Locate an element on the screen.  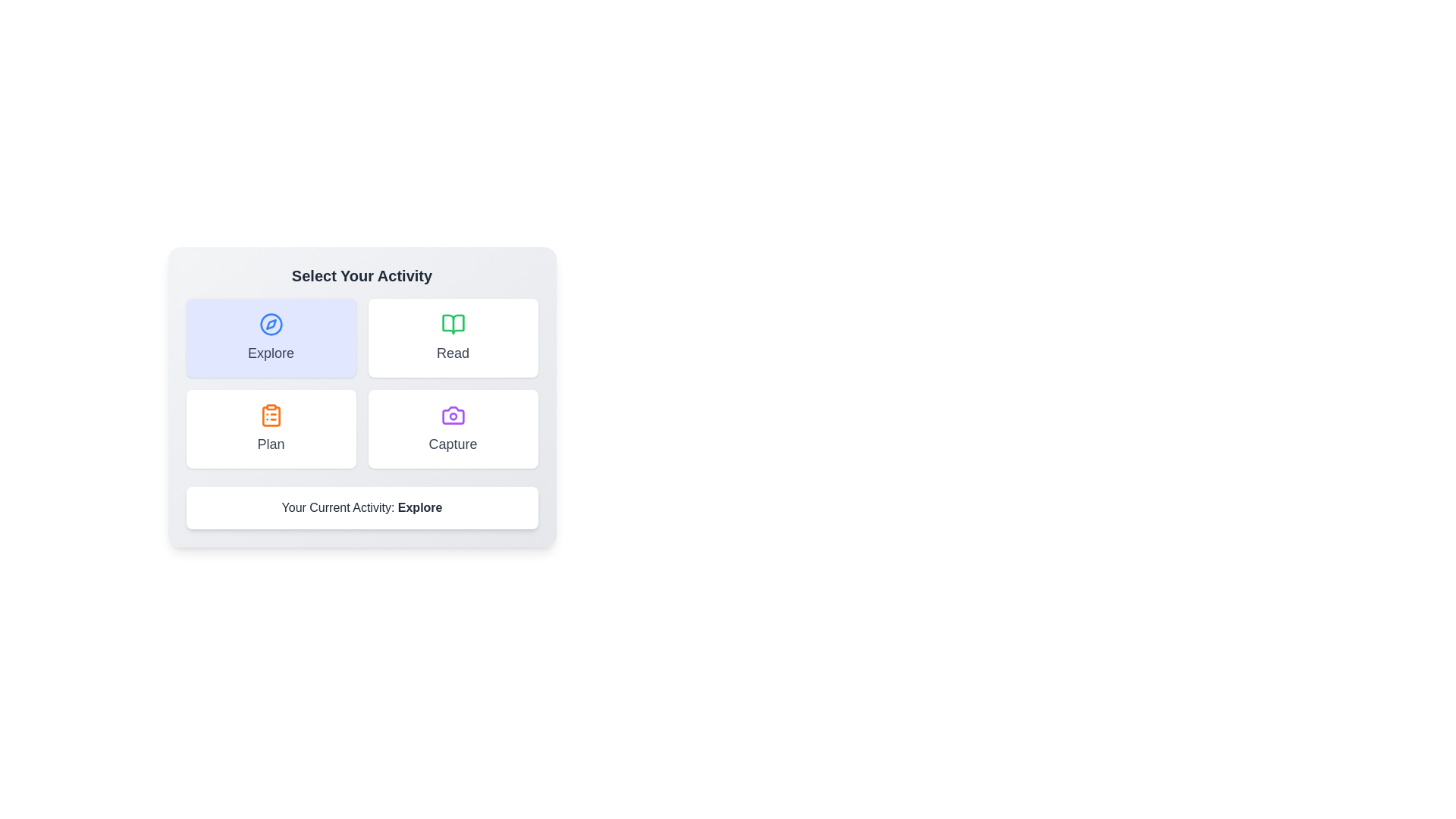
the button corresponding to the activity Read is located at coordinates (452, 337).